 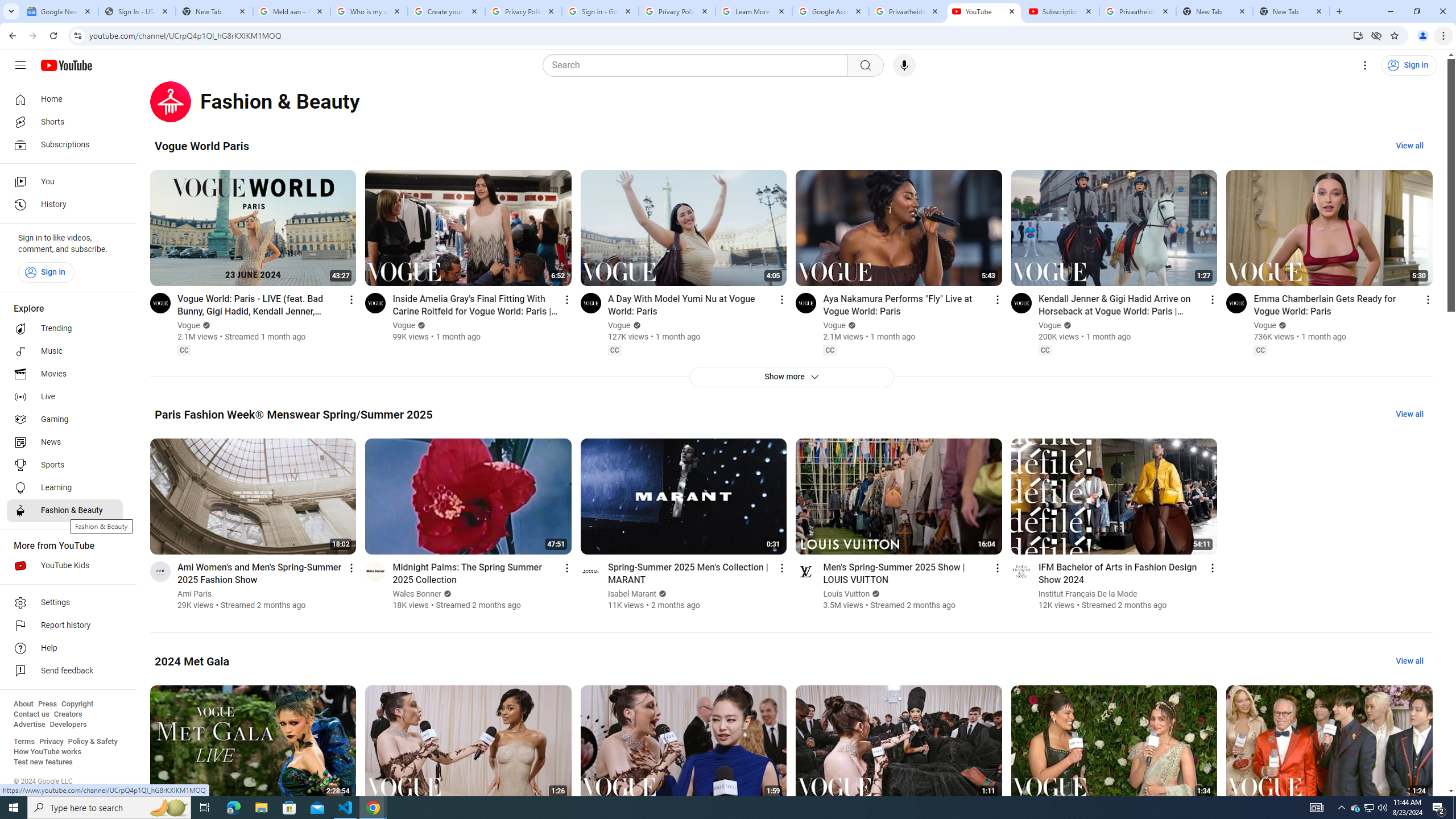 What do you see at coordinates (59, 11) in the screenshot?
I see `'Google News'` at bounding box center [59, 11].